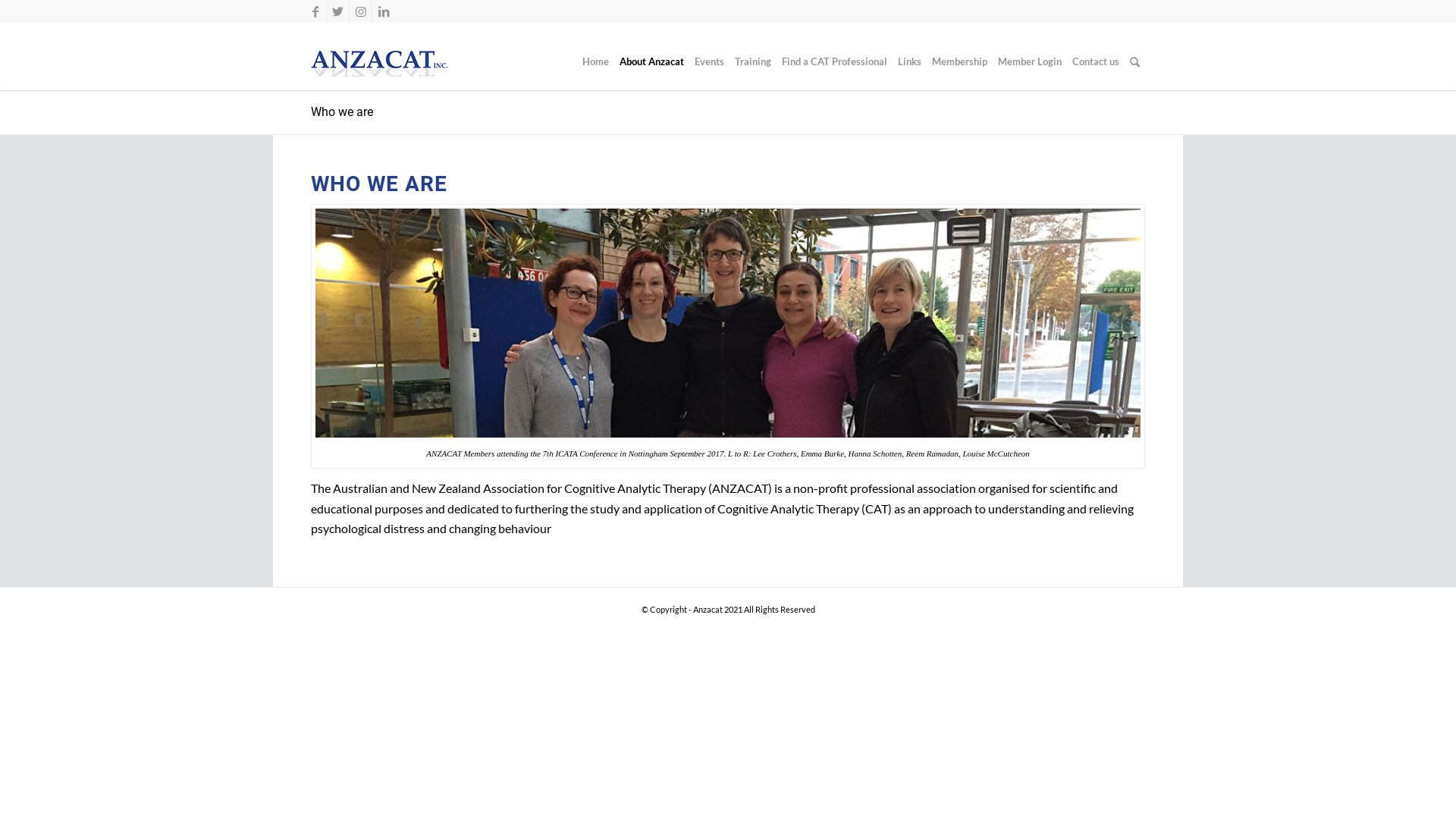  Describe the element at coordinates (753, 61) in the screenshot. I see `'Training'` at that location.